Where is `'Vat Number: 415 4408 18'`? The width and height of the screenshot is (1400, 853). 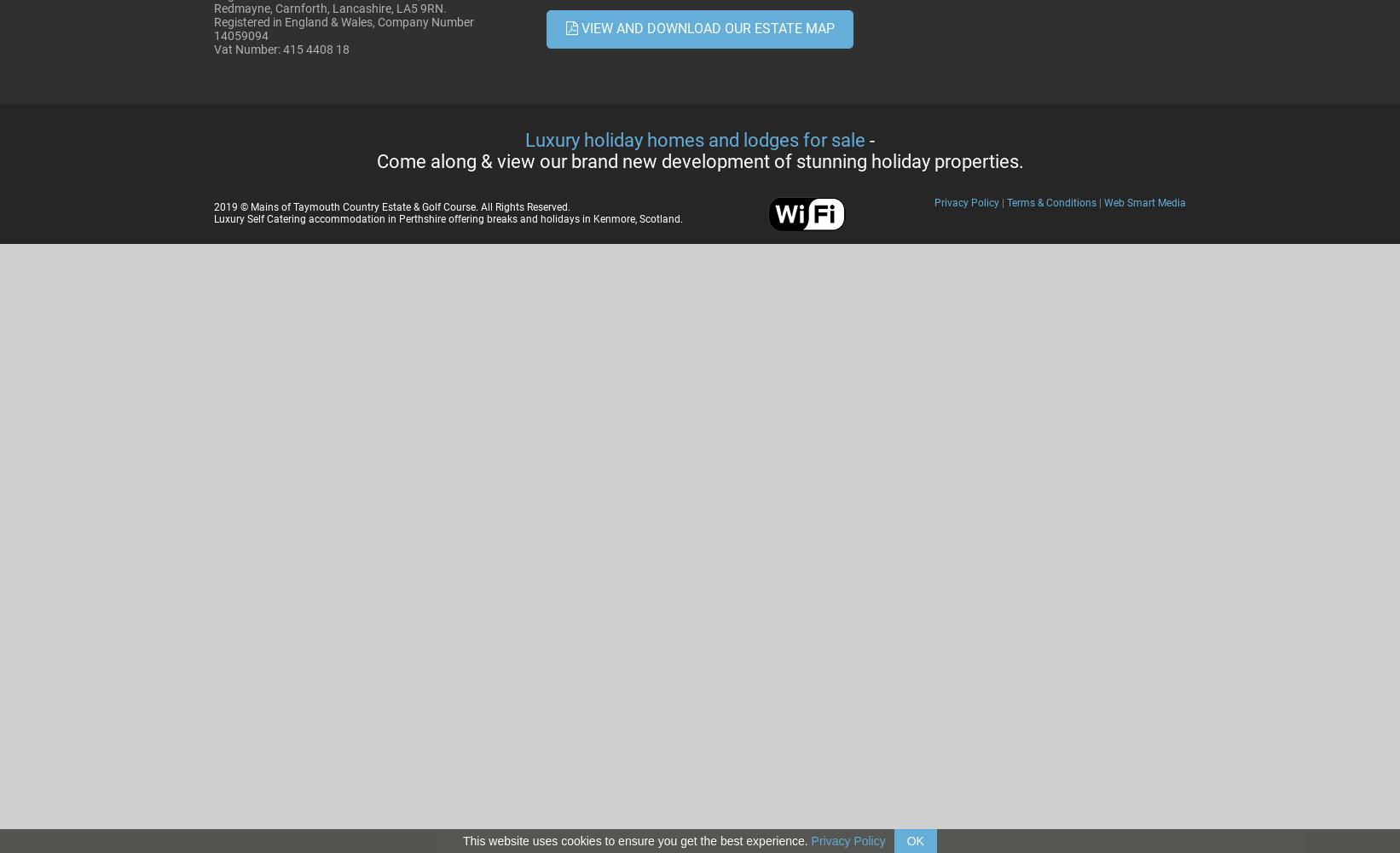 'Vat Number: 415 4408 18' is located at coordinates (281, 49).